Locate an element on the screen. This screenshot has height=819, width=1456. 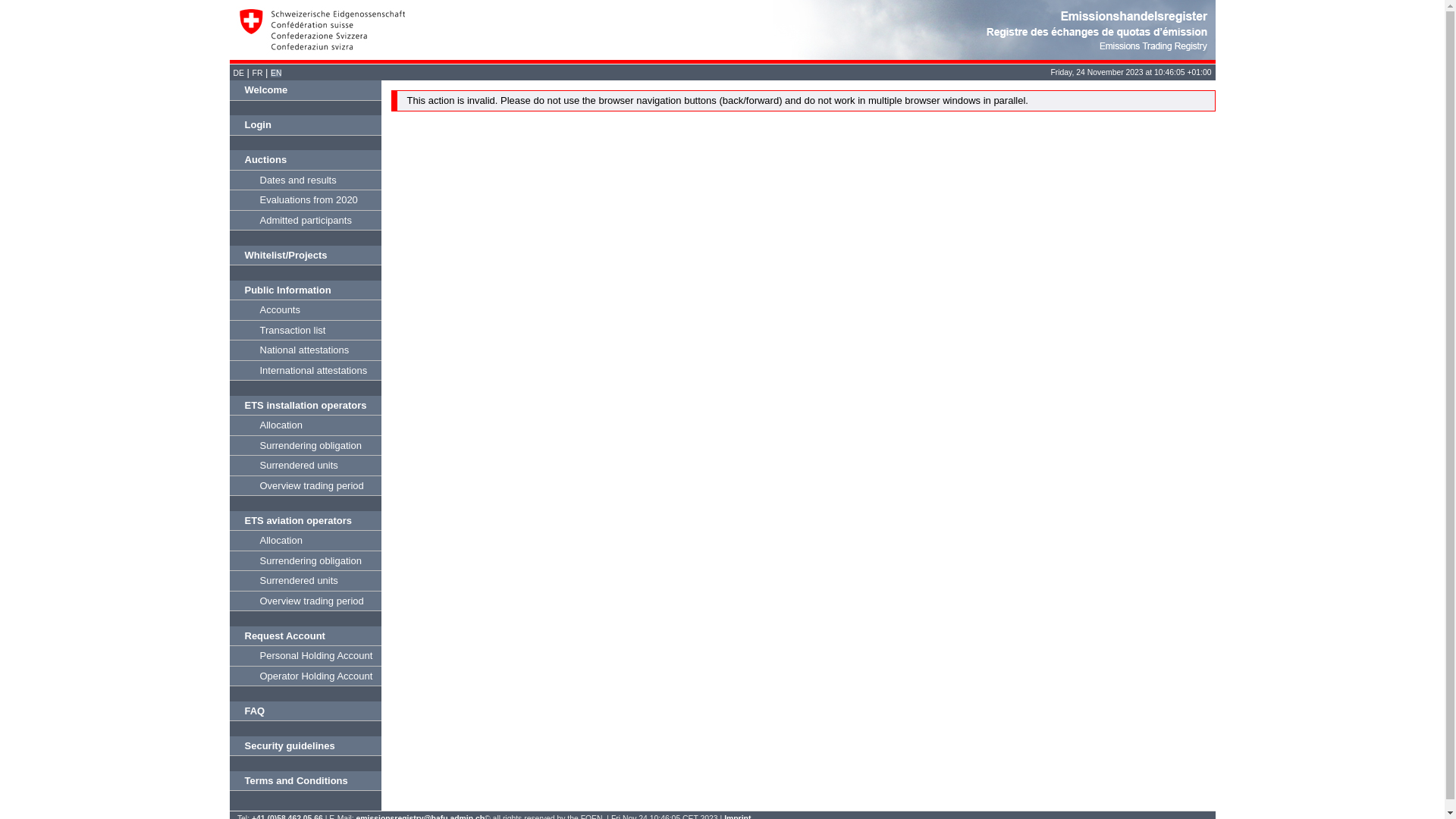
'International attestations' is located at coordinates (304, 371).